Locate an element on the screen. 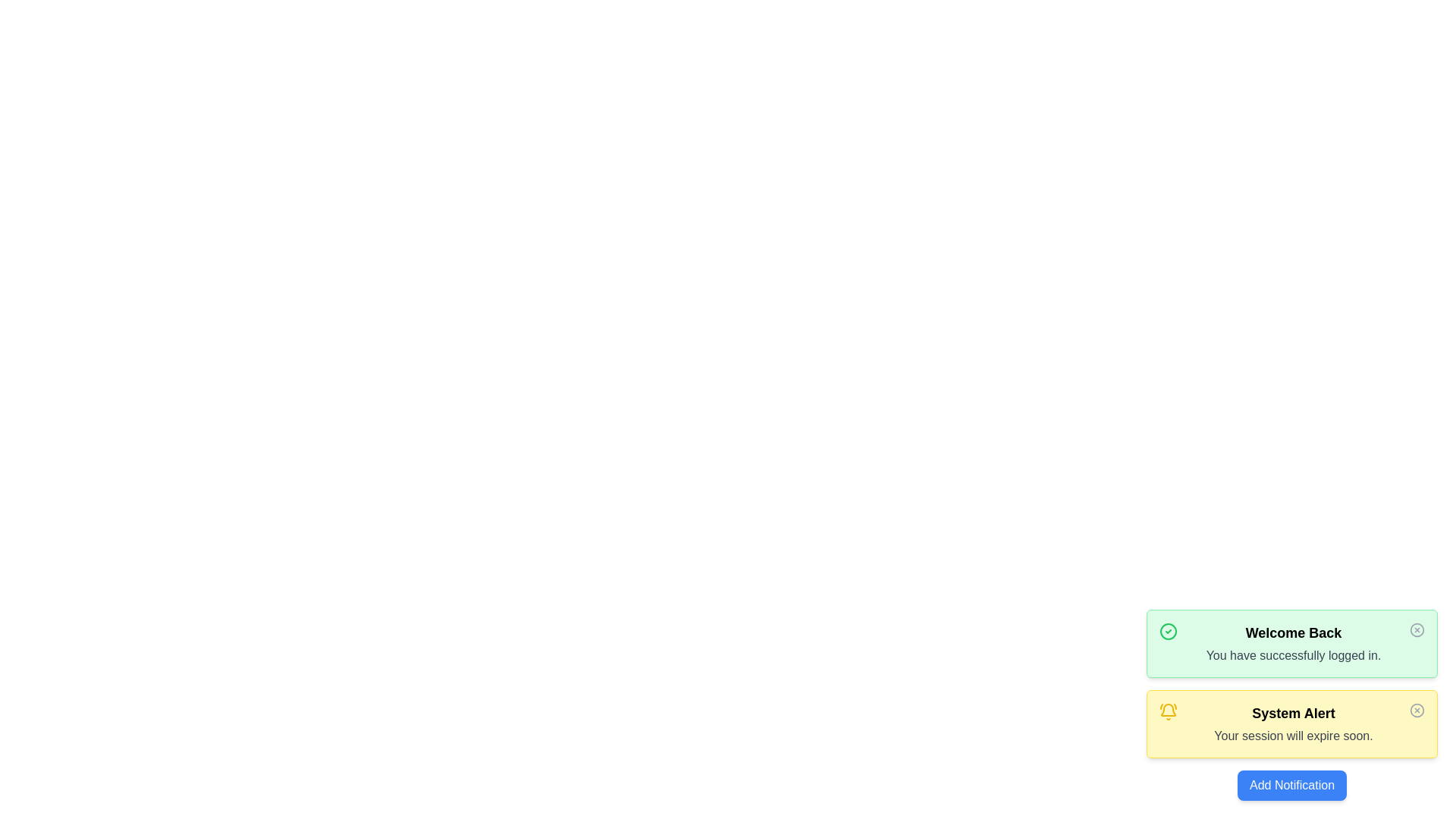 The width and height of the screenshot is (1456, 819). the 'Welcome Back' text element is located at coordinates (1292, 632).